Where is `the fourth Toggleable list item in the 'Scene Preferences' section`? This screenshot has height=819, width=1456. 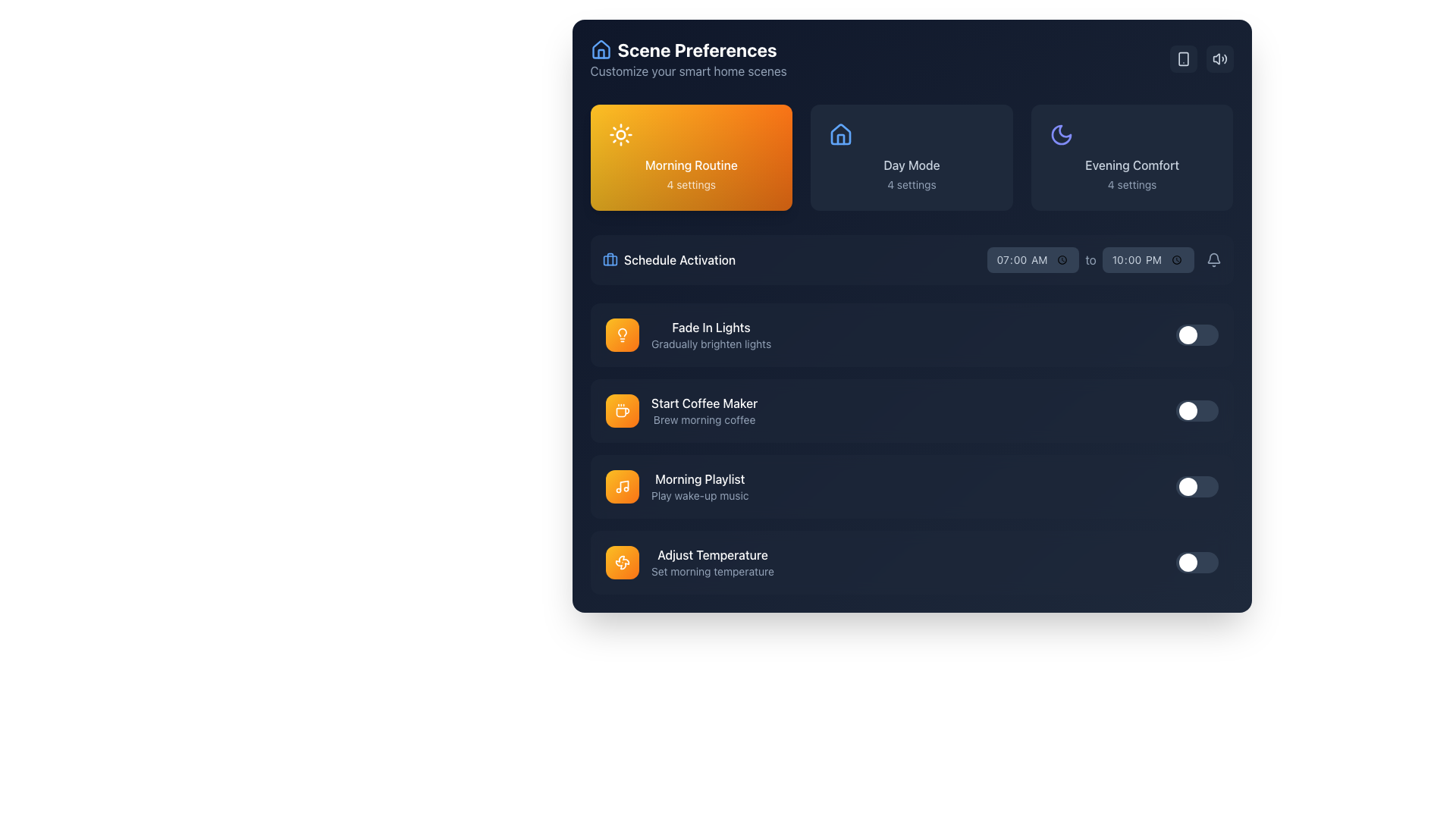
the fourth Toggleable list item in the 'Scene Preferences' section is located at coordinates (911, 562).